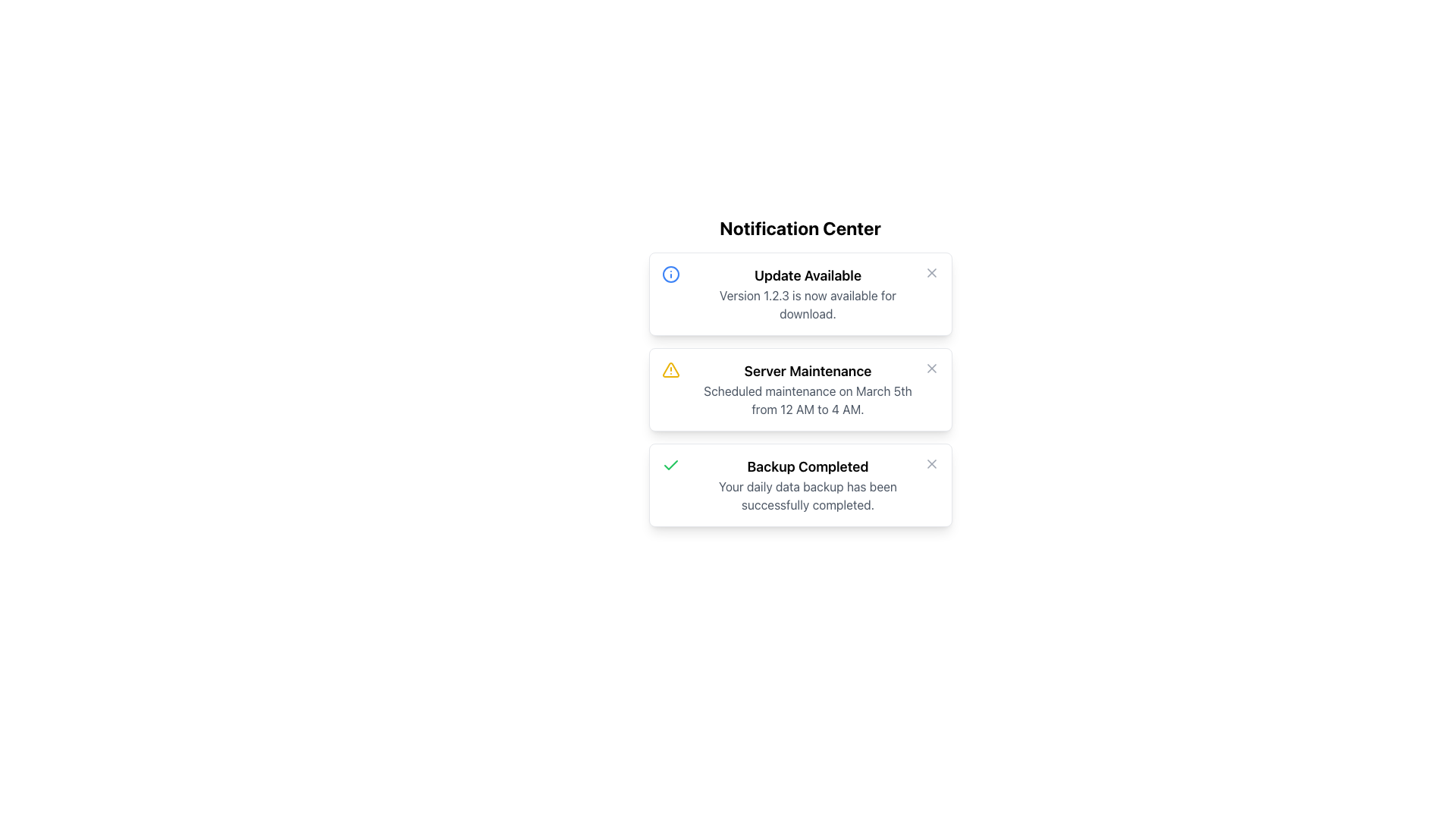 The height and width of the screenshot is (819, 1456). Describe the element at coordinates (930, 463) in the screenshot. I see `the close button located in the top-right corner of the 'Backup Completed' notification card` at that location.